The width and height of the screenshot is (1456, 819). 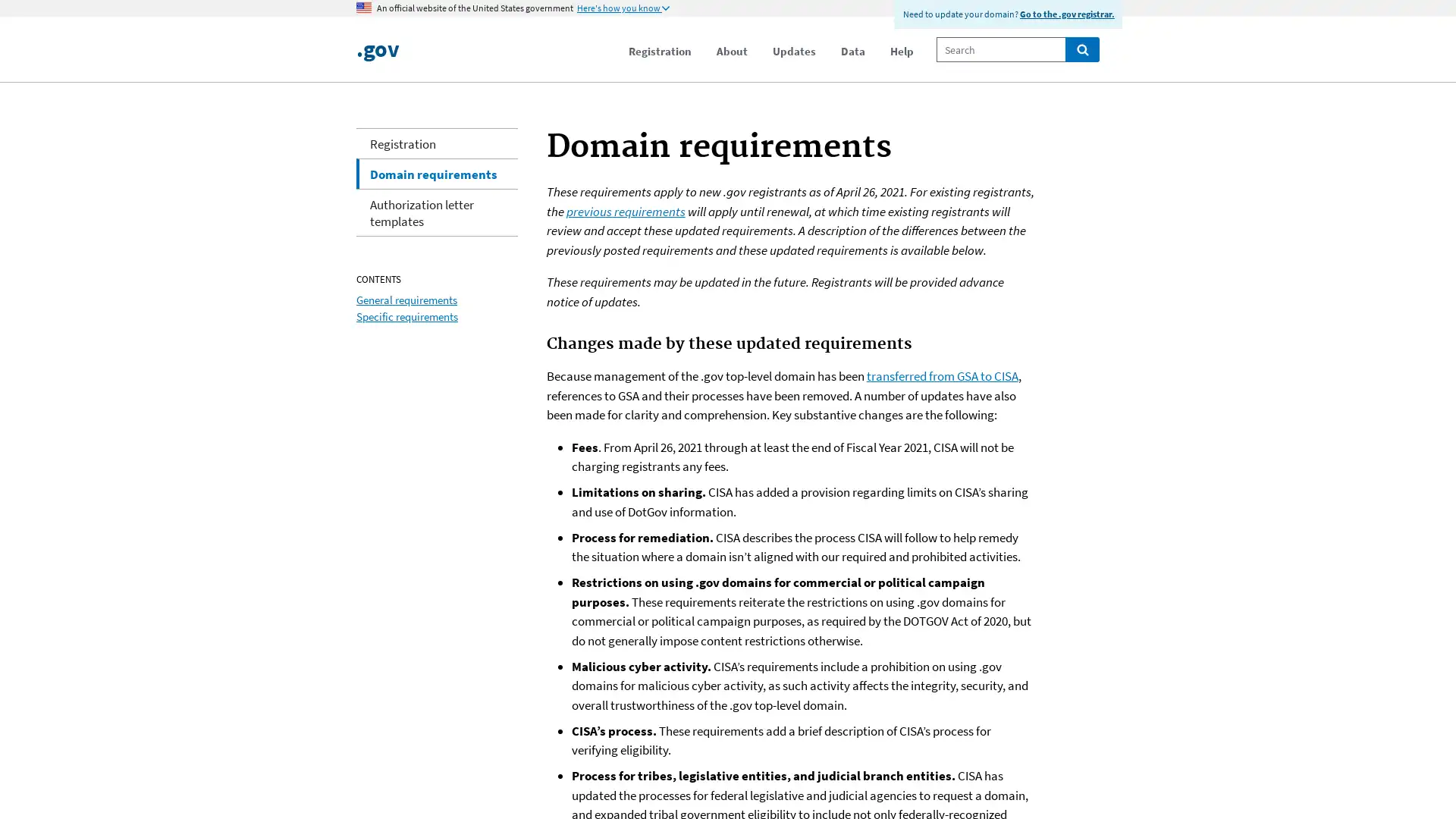 What do you see at coordinates (1081, 49) in the screenshot?
I see `Search` at bounding box center [1081, 49].